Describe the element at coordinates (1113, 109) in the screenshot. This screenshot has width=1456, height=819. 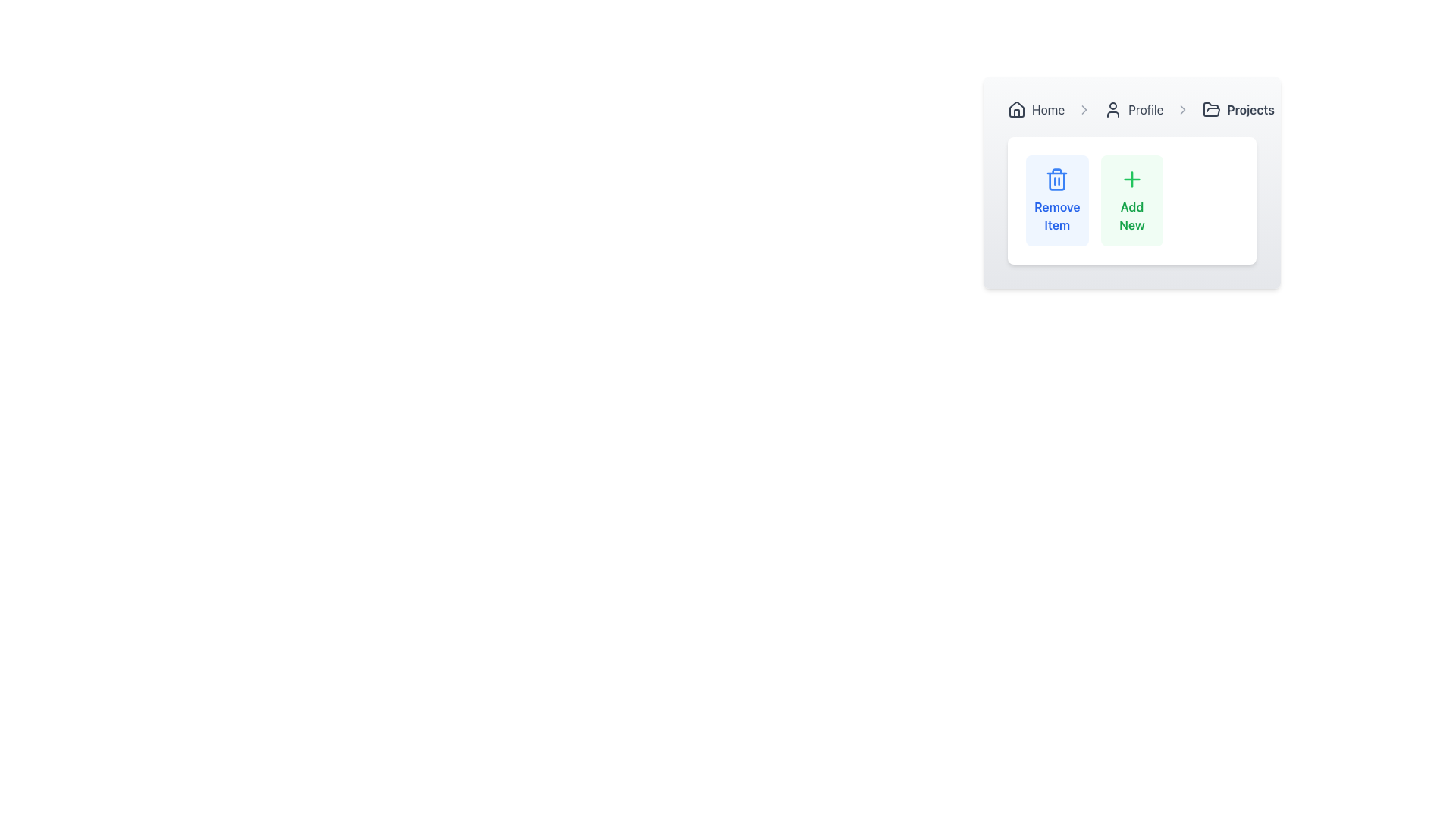
I see `the 'Profile' icon located in the upper-right section of the UI` at that location.